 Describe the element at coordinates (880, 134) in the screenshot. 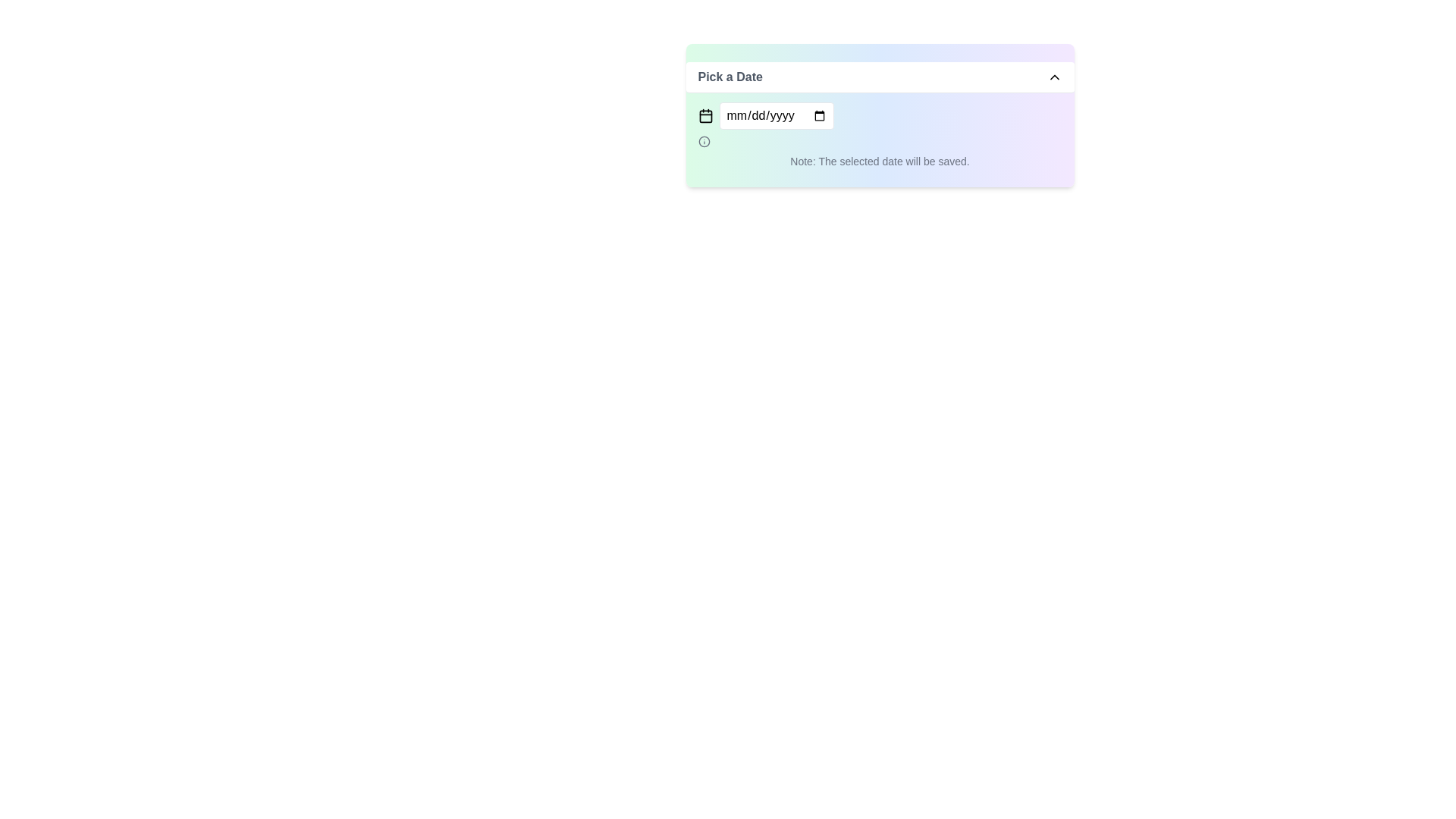

I see `the date picker field in the Informational Section with Embedded Input` at that location.